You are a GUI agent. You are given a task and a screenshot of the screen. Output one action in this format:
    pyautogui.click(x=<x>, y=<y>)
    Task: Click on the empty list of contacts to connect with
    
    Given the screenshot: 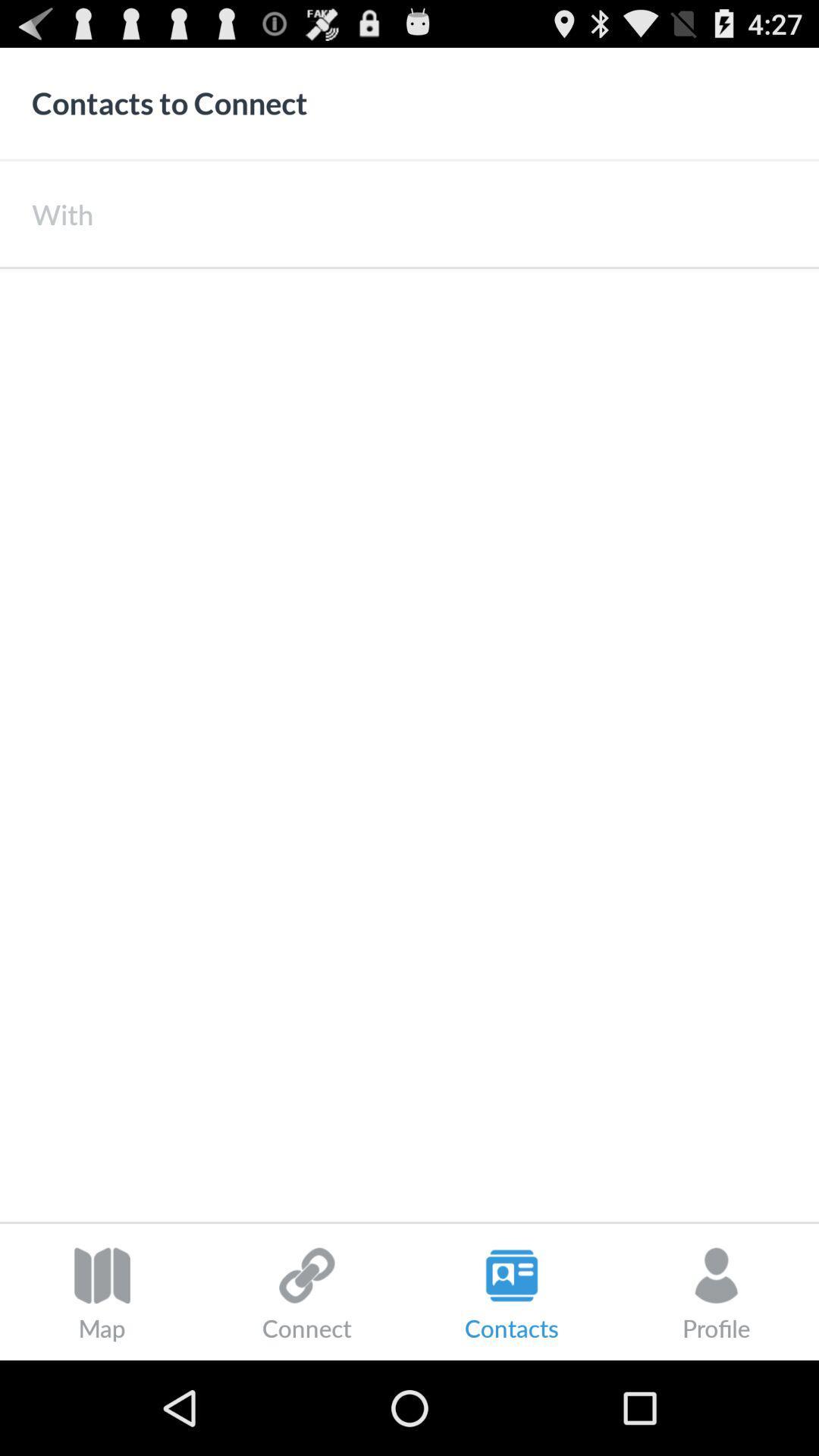 What is the action you would take?
    pyautogui.click(x=409, y=745)
    